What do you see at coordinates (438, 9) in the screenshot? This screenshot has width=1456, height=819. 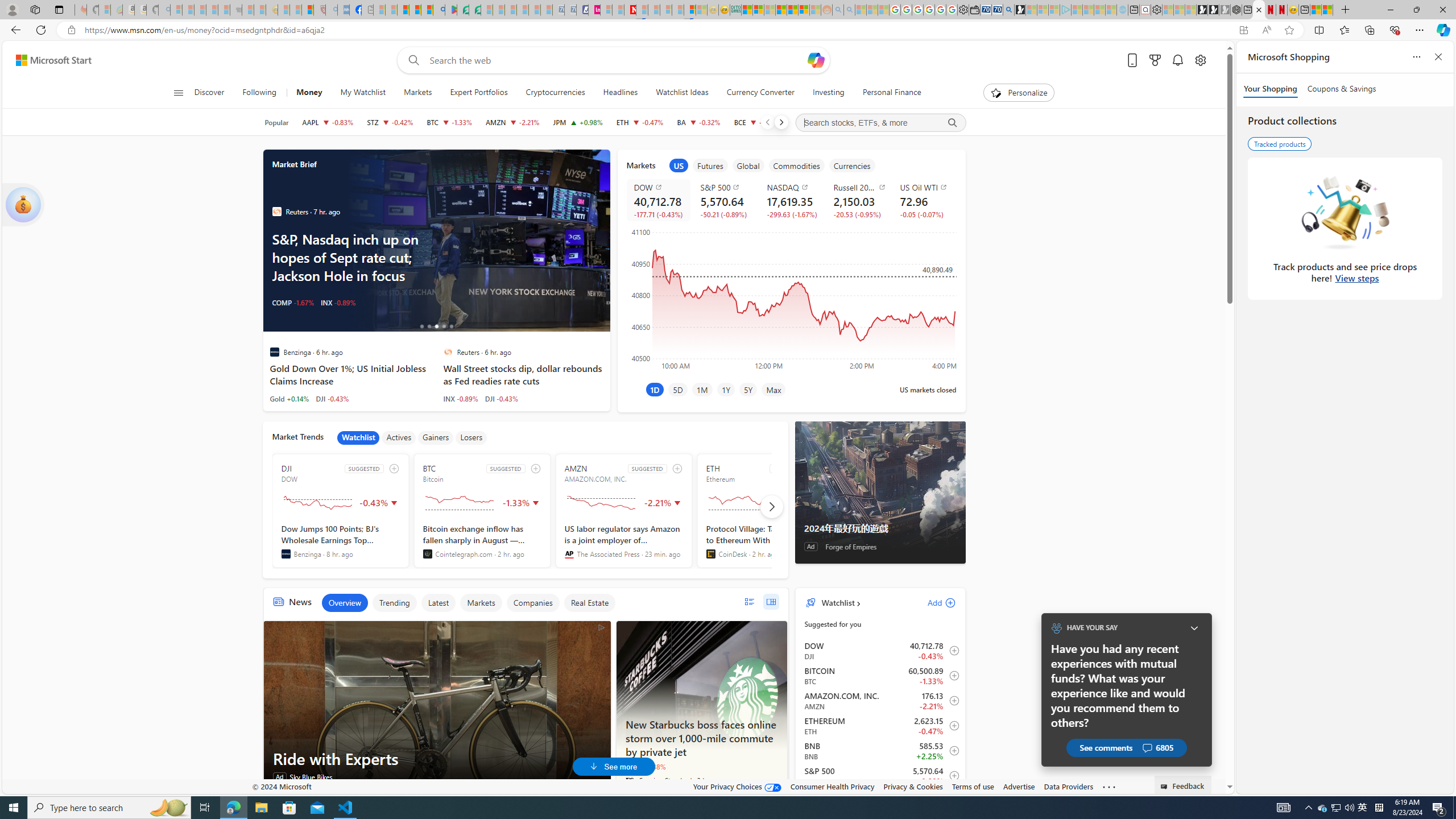 I see `'google - Search'` at bounding box center [438, 9].